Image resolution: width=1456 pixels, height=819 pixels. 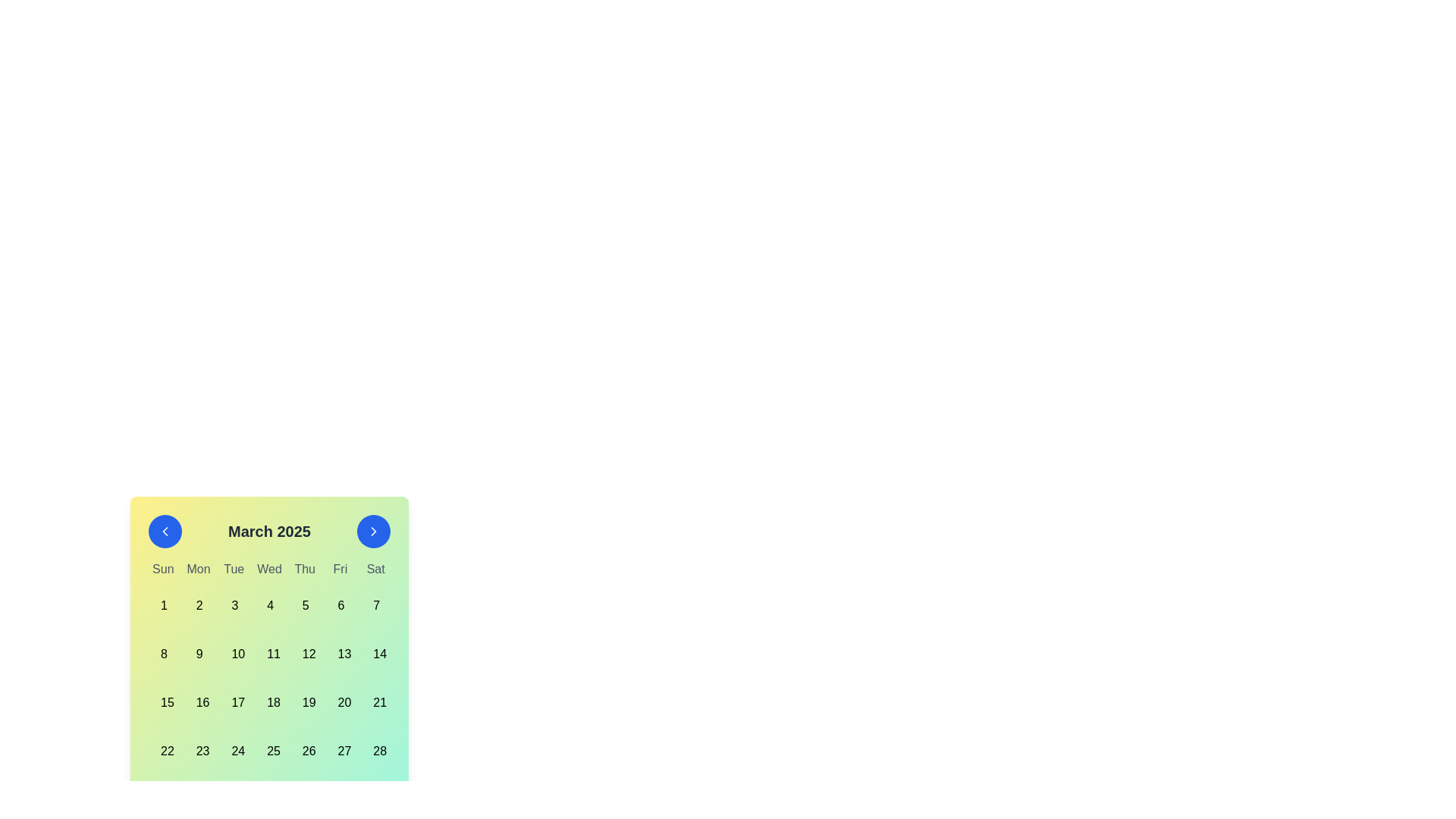 What do you see at coordinates (163, 752) in the screenshot?
I see `on the date cell '22' in the calendar grid under the 'Sun' column for March 2025` at bounding box center [163, 752].